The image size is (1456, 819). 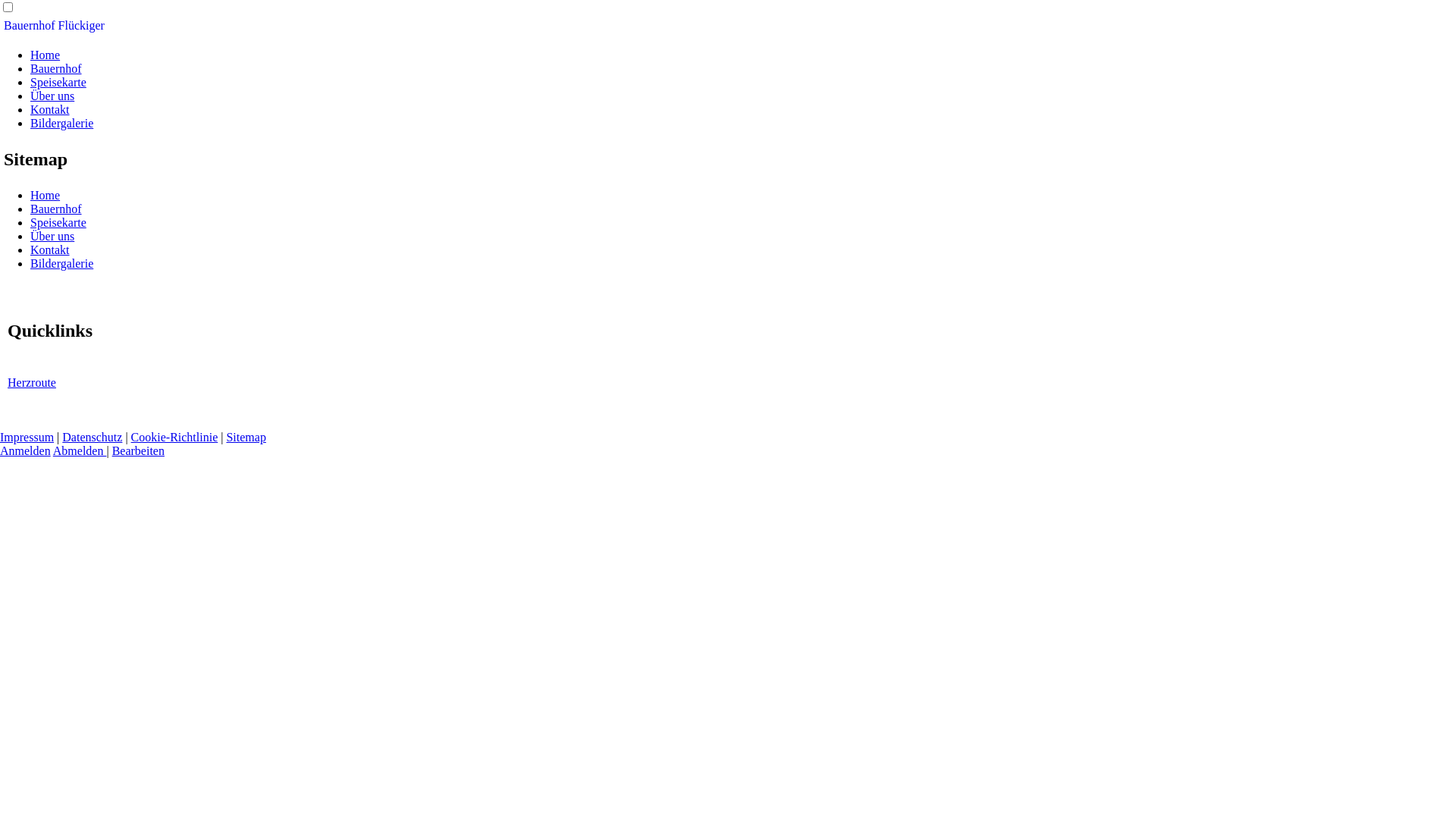 What do you see at coordinates (45, 194) in the screenshot?
I see `'Home'` at bounding box center [45, 194].